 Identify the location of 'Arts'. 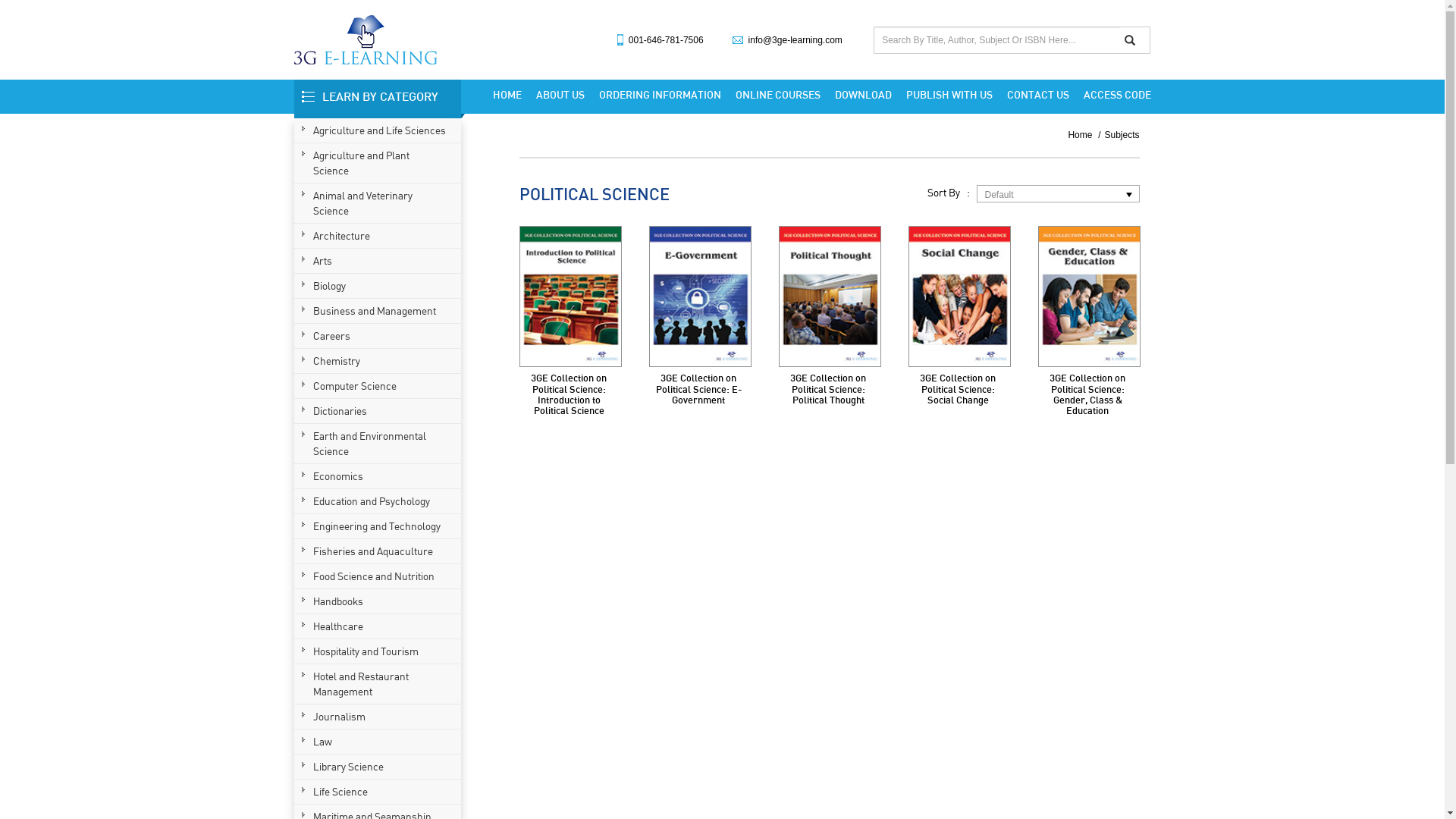
(378, 259).